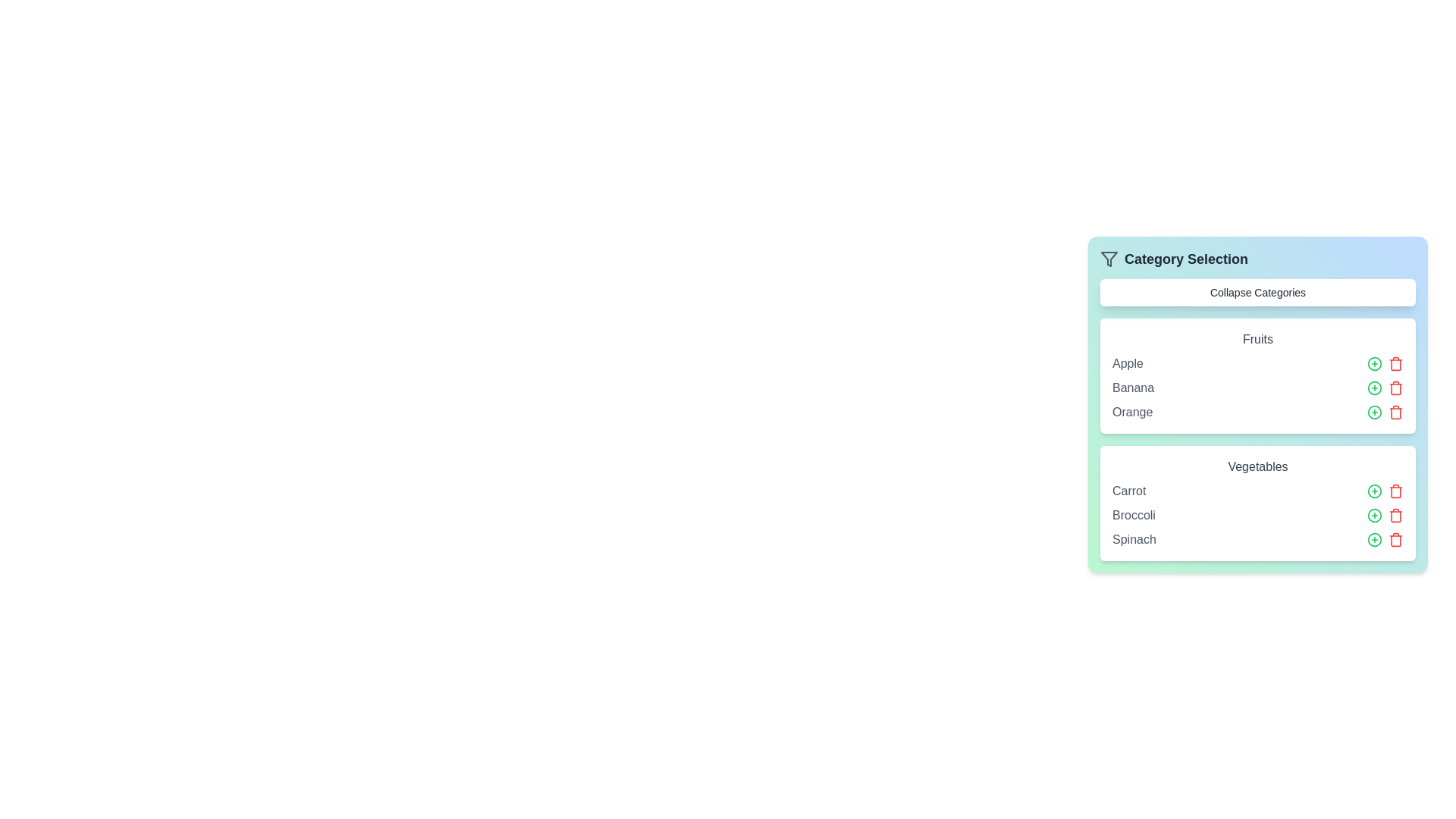 The image size is (1456, 819). I want to click on the 'Collapse Categories' button to toggle the visibility of categories, so click(1258, 292).